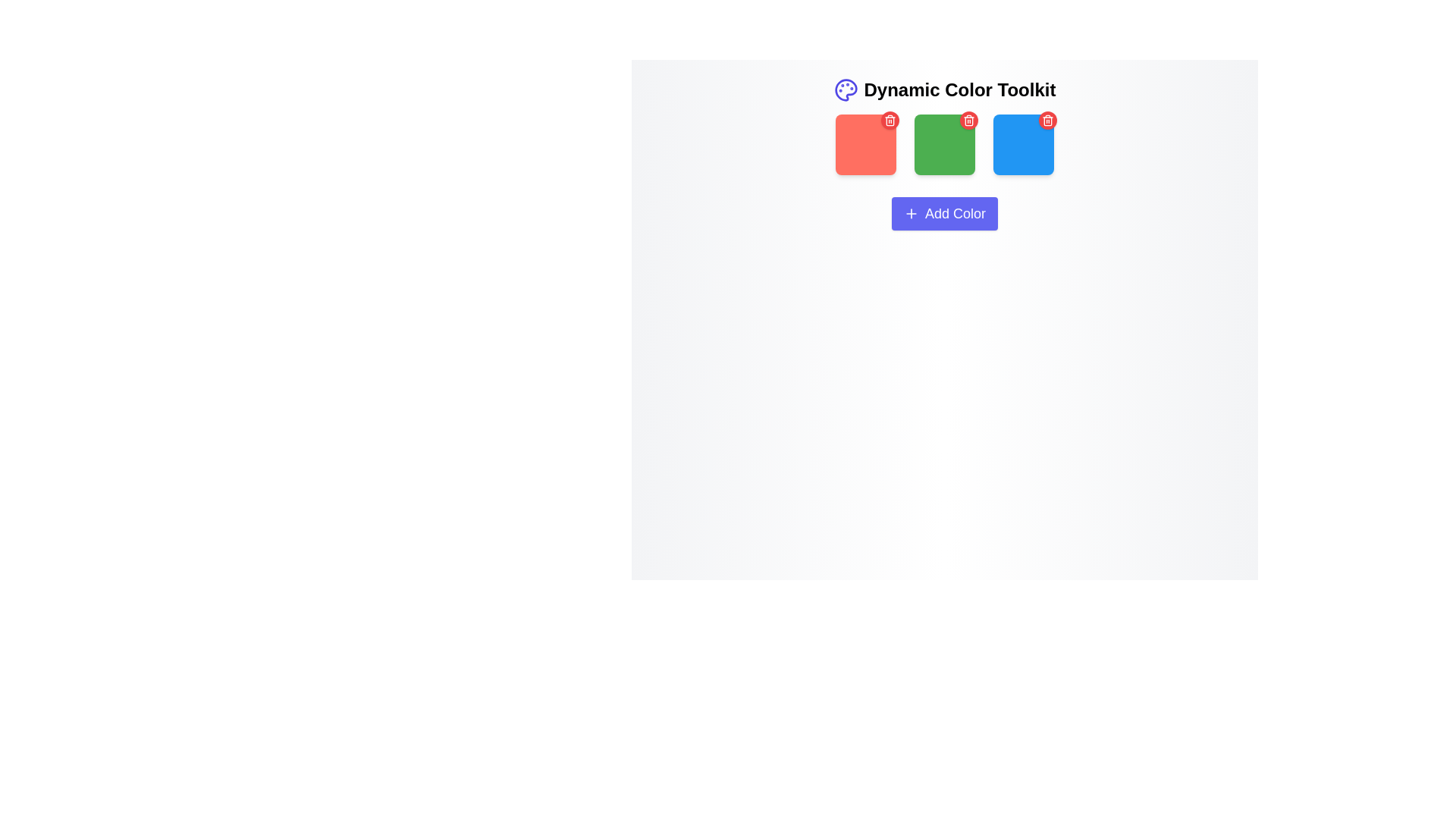 The image size is (1456, 819). What do you see at coordinates (1023, 145) in the screenshot?
I see `the interactive color selection square located on the rightmost side of the three colorful squares` at bounding box center [1023, 145].